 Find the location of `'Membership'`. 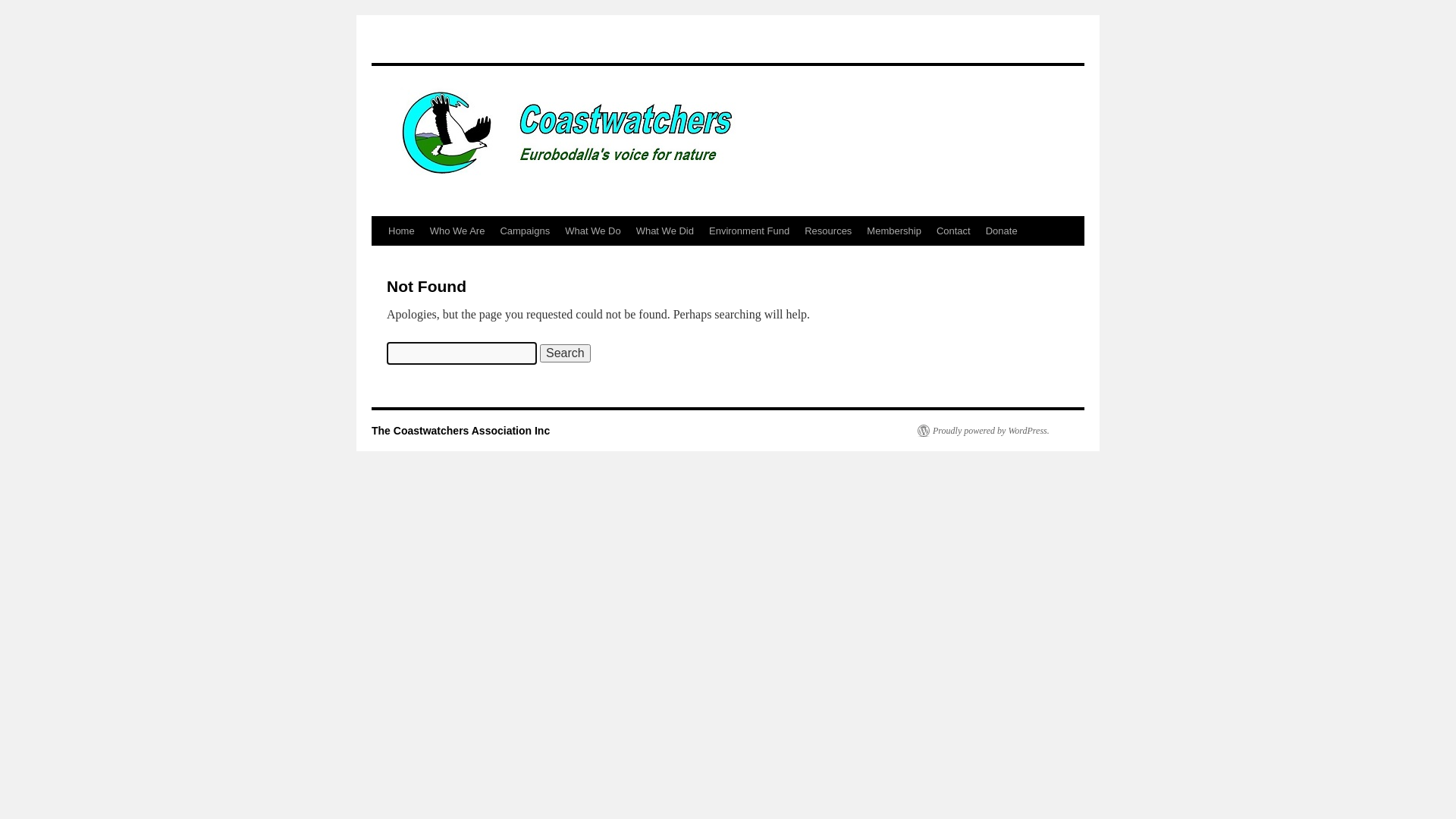

'Membership' is located at coordinates (894, 231).